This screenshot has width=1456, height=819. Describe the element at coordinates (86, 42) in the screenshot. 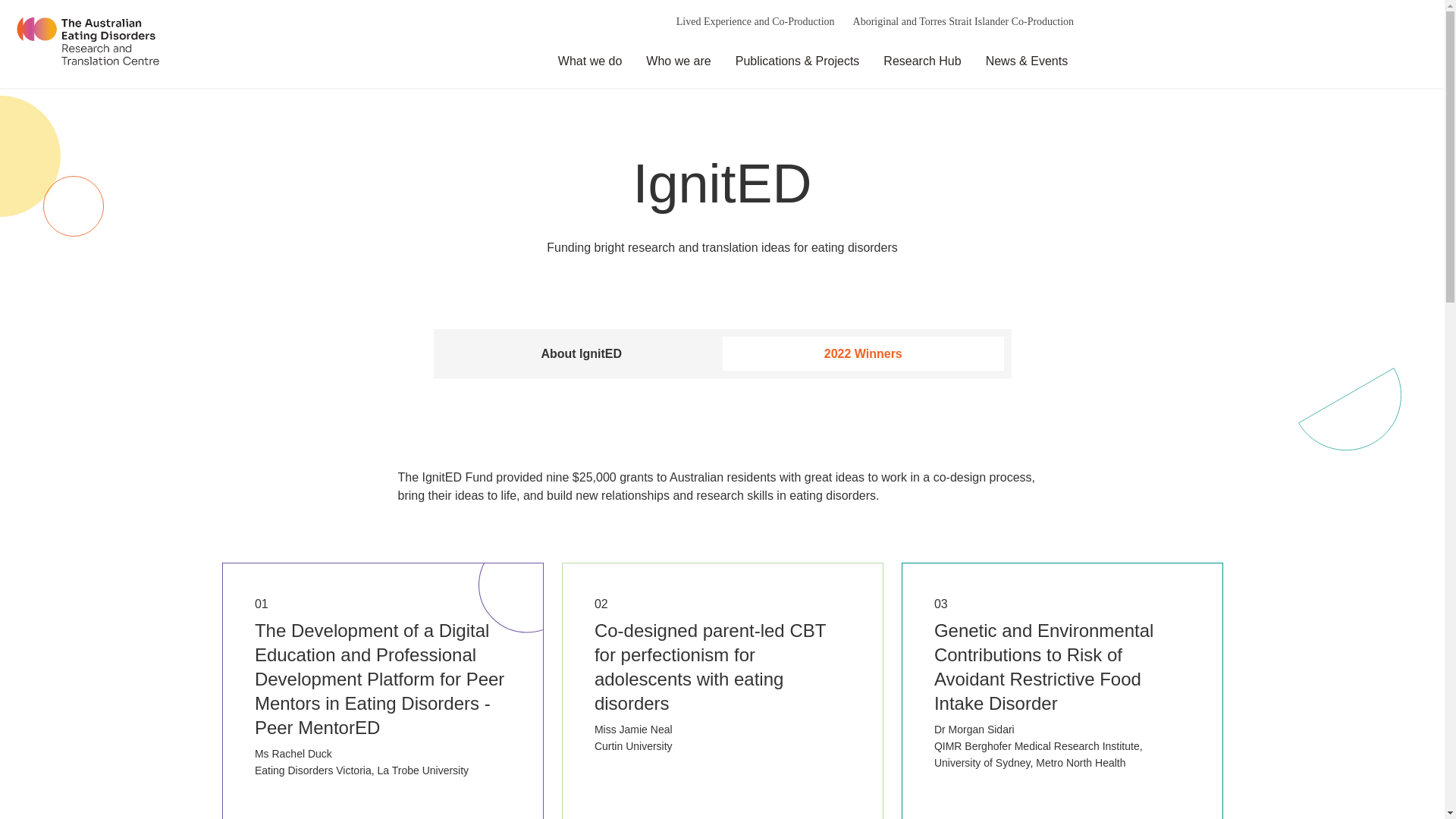

I see `'Logo'` at that location.